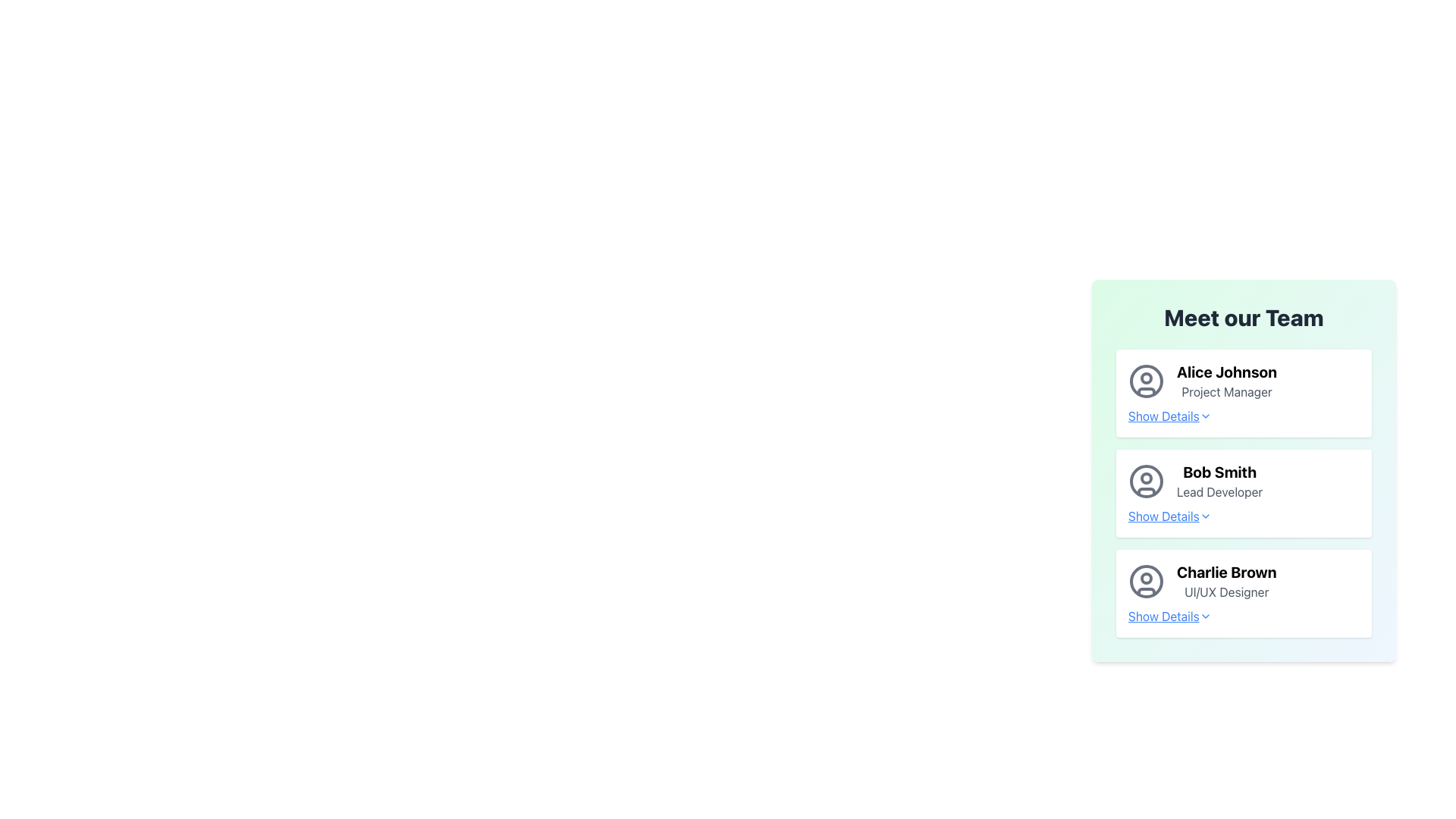 Image resolution: width=1456 pixels, height=819 pixels. What do you see at coordinates (1169, 617) in the screenshot?
I see `the 'Show Details' button` at bounding box center [1169, 617].